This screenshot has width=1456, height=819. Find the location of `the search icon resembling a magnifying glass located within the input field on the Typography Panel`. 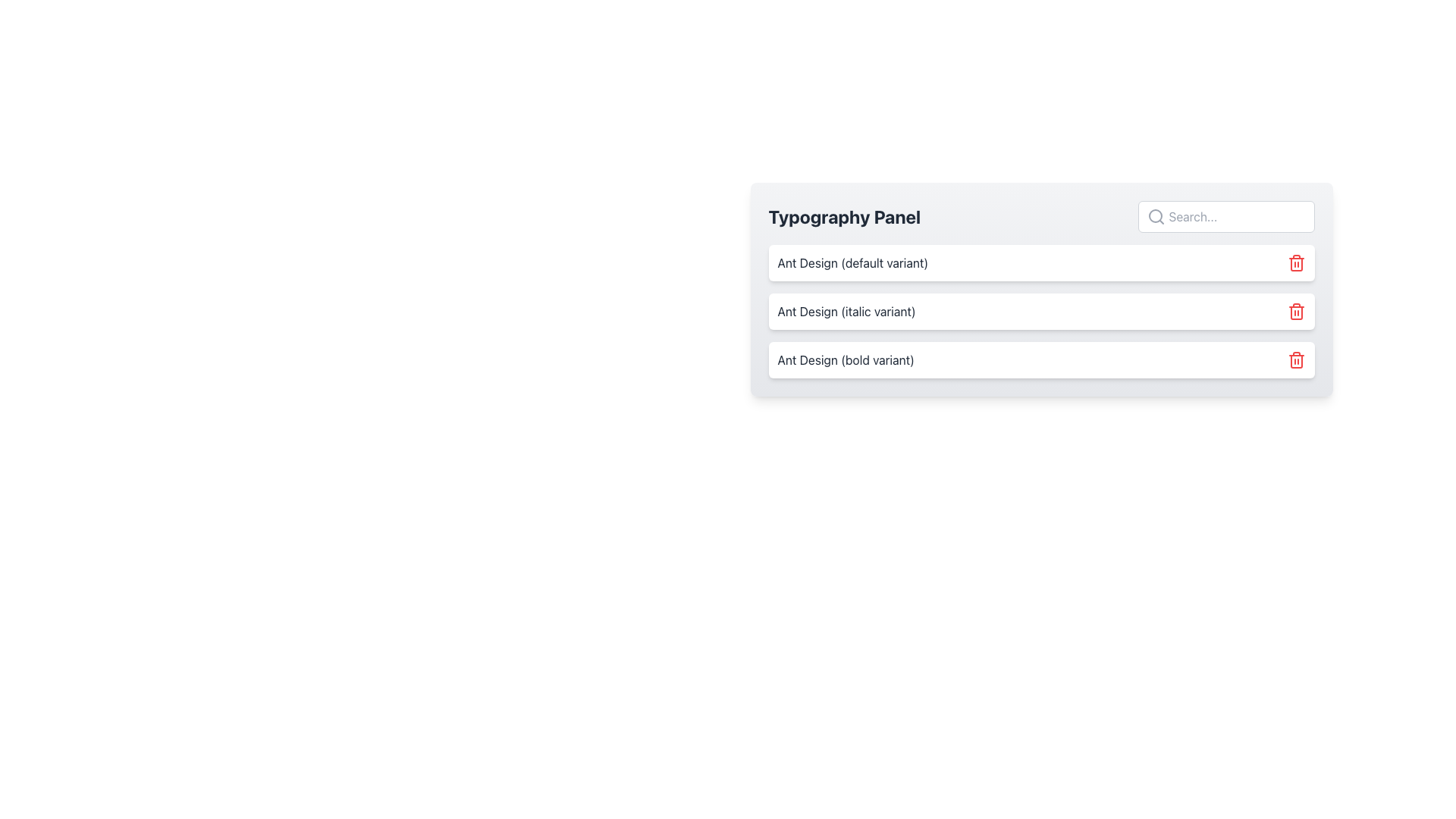

the search icon resembling a magnifying glass located within the input field on the Typography Panel is located at coordinates (1155, 216).